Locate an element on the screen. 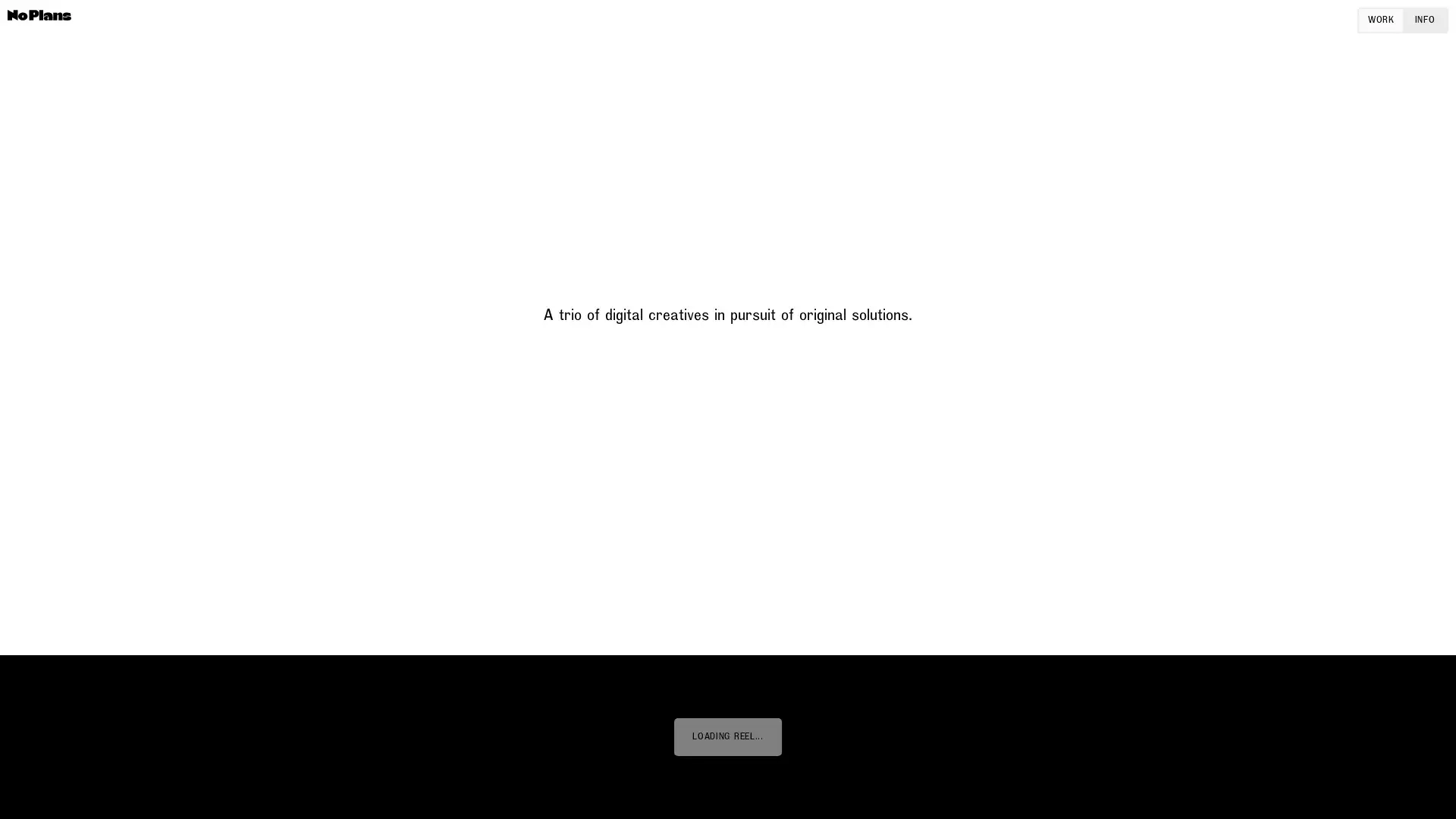 The image size is (1456, 819). LOADING REEL... is located at coordinates (726, 736).